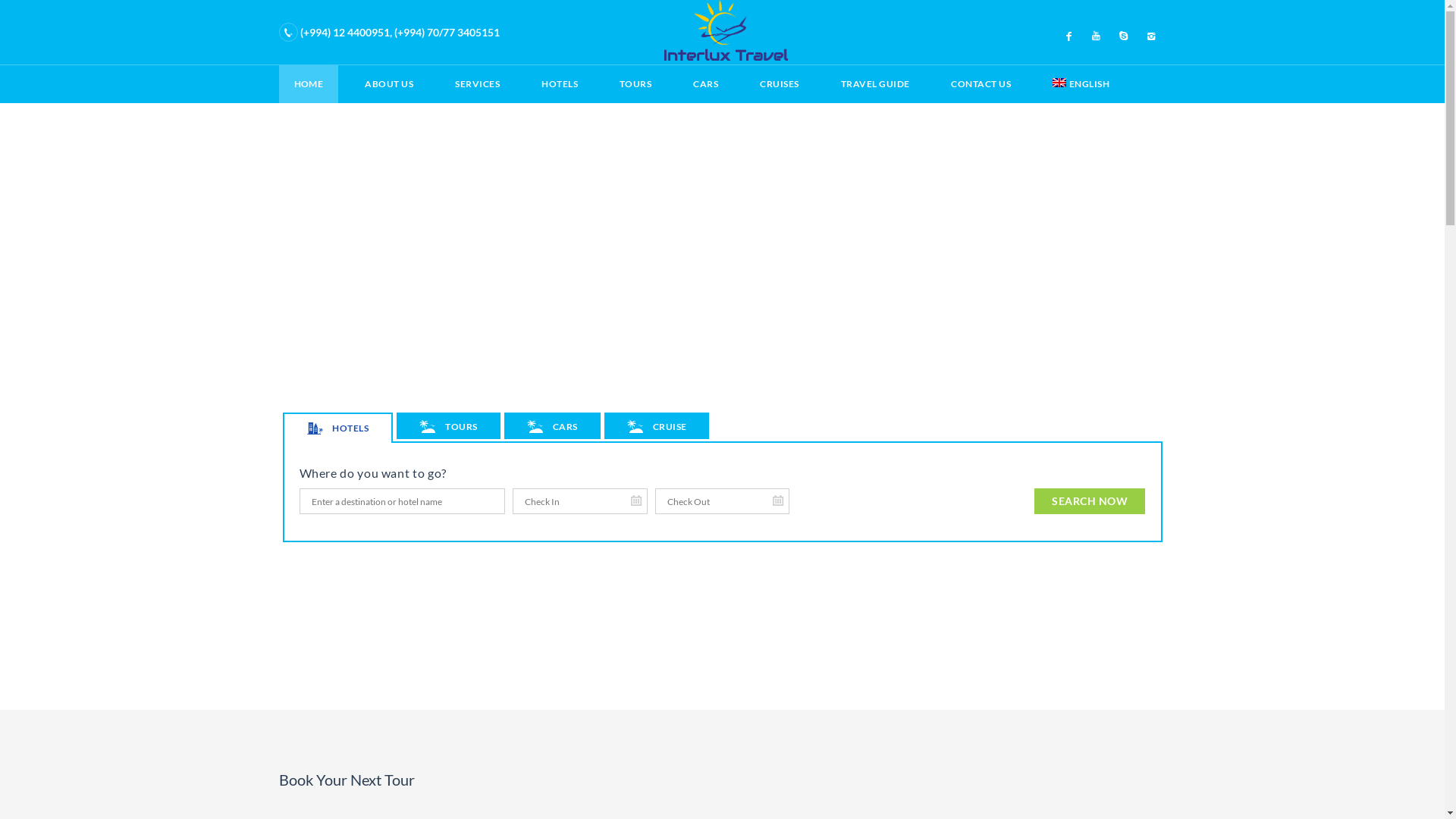 The image size is (1456, 819). I want to click on 'TRAVEL GUIDE', so click(875, 84).